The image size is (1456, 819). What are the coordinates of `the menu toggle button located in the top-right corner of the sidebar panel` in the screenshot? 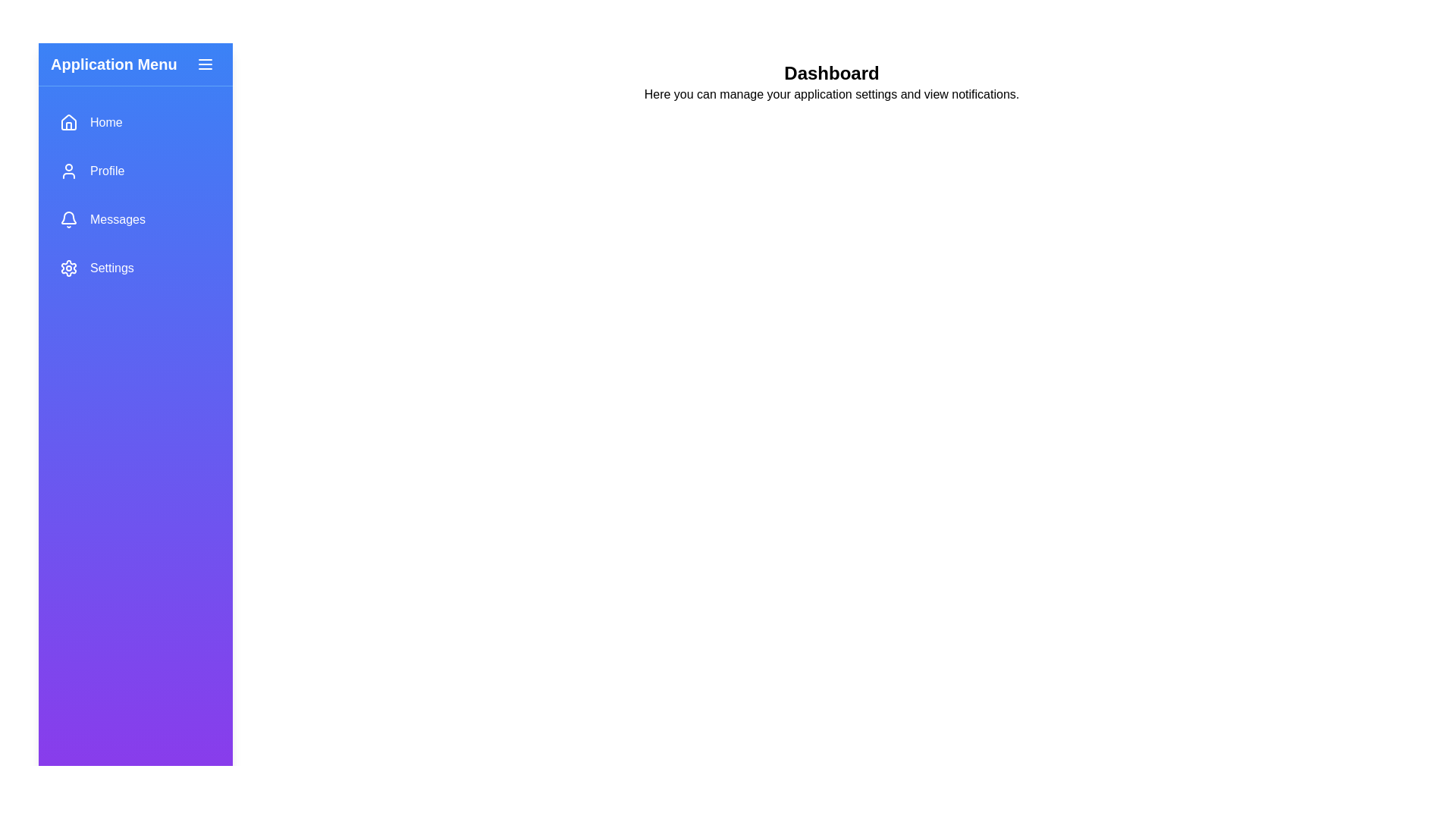 It's located at (204, 63).